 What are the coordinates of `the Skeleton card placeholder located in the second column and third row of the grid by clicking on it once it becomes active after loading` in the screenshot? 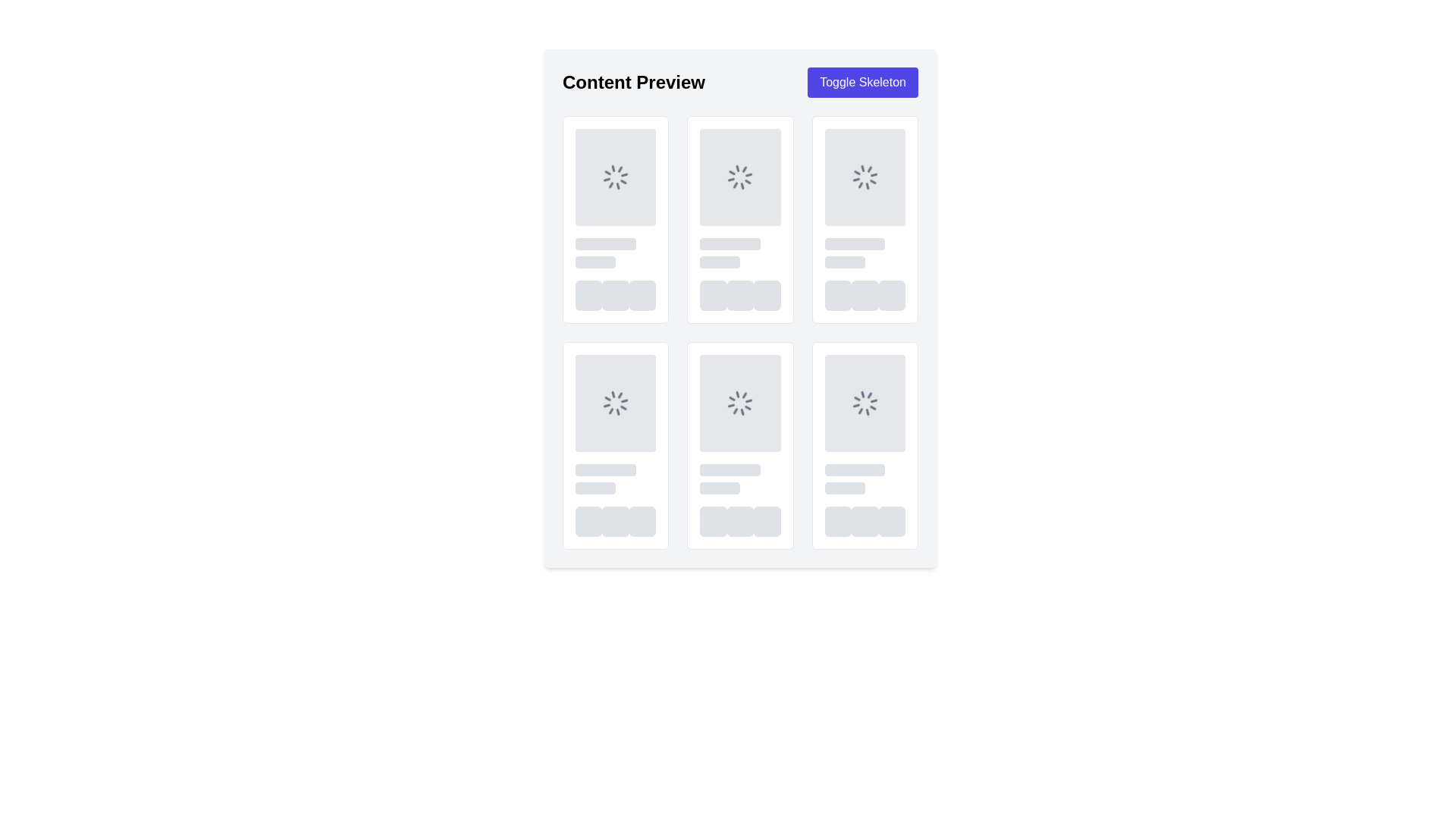 It's located at (740, 444).